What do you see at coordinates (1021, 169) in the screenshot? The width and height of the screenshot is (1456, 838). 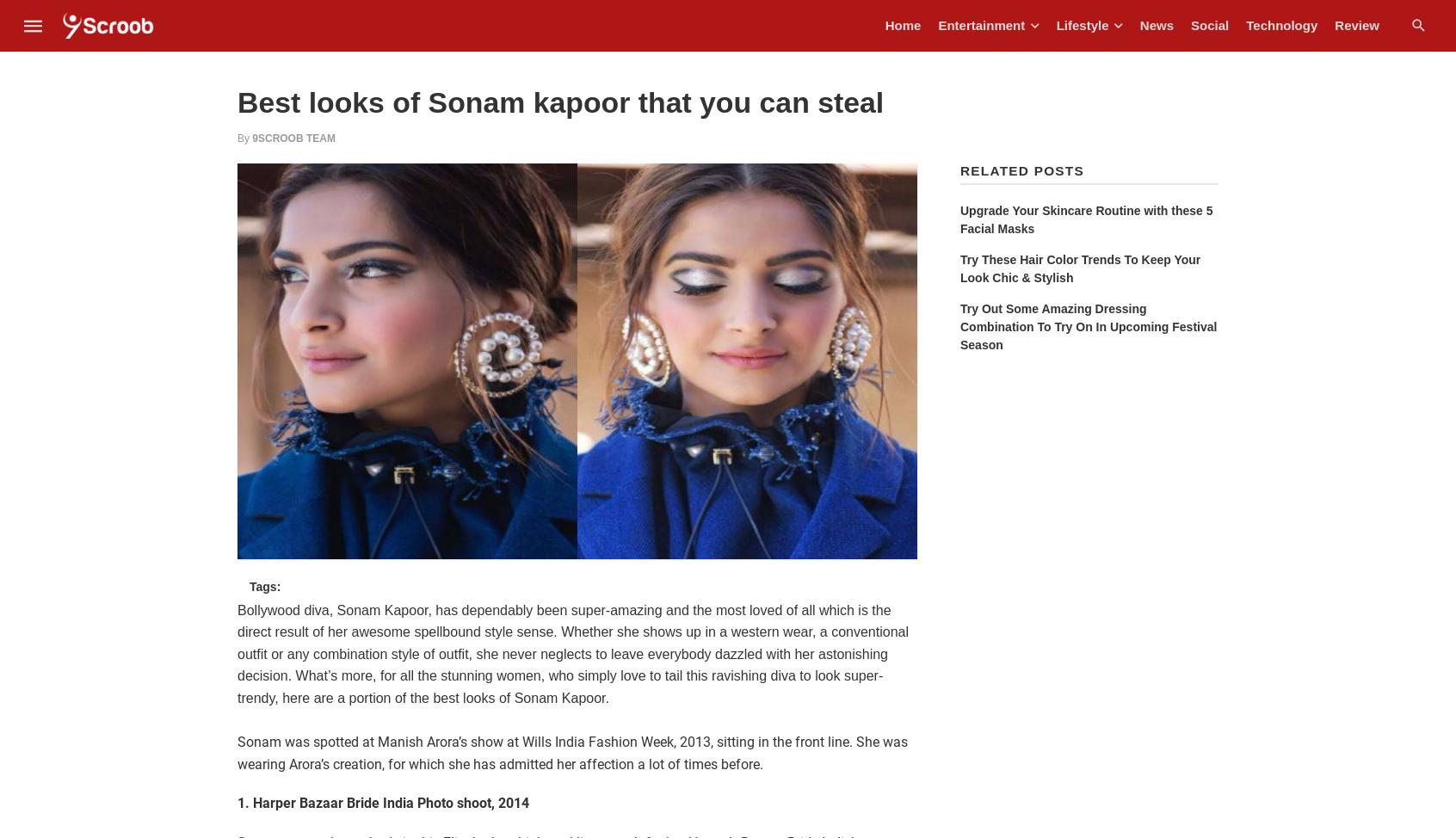 I see `'Related Posts'` at bounding box center [1021, 169].